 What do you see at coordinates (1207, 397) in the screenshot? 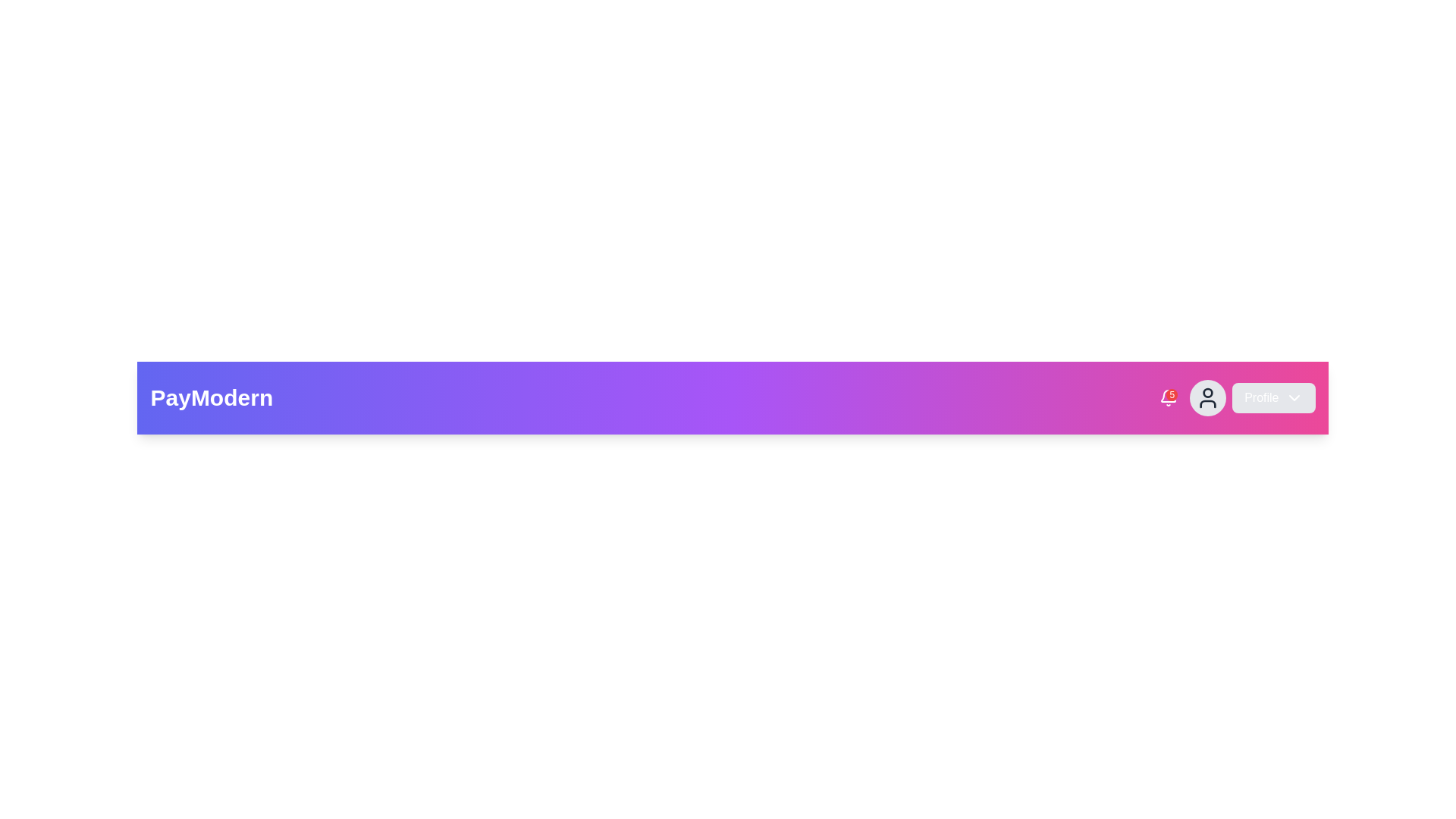
I see `the user icon resembling a person, located at the top-right corner of the user interface` at bounding box center [1207, 397].